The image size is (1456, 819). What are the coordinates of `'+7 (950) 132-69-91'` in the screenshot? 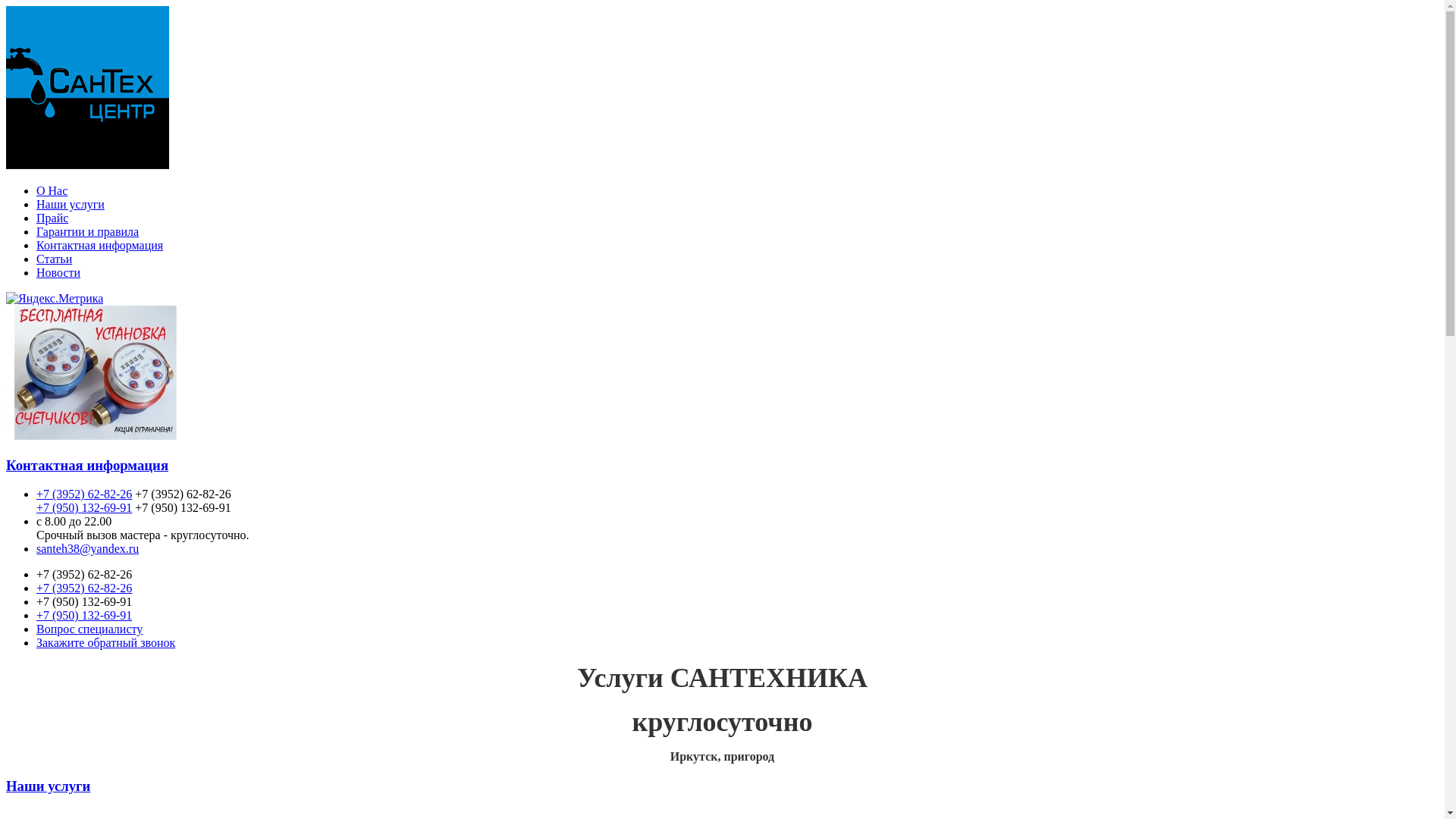 It's located at (83, 615).